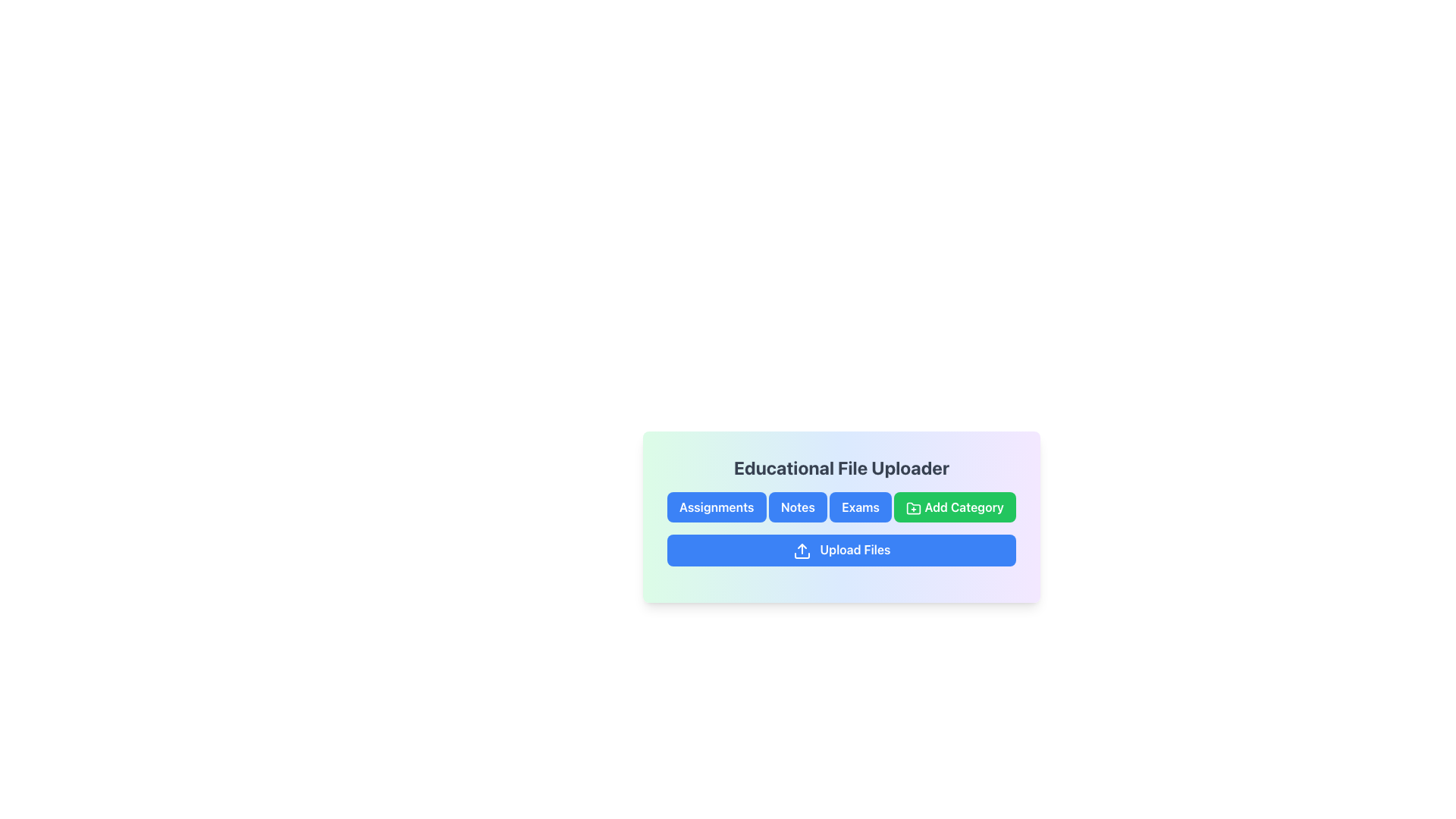  I want to click on the second button in the row of interactive buttons located below 'Educational File Uploader', so click(797, 507).